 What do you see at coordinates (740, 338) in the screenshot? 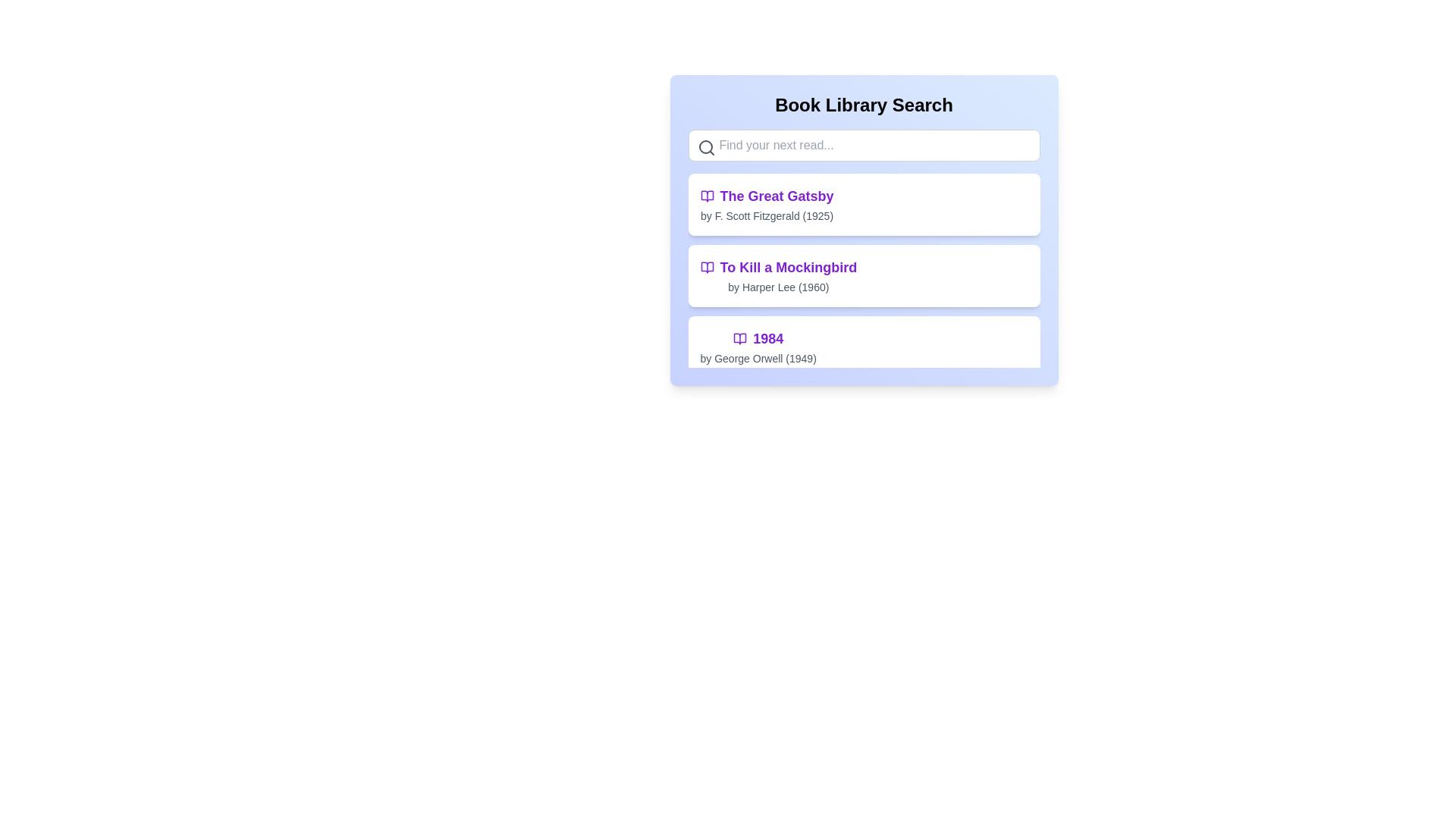
I see `the book icon located to the left of the bold purple text '1984' in the list of book items` at bounding box center [740, 338].